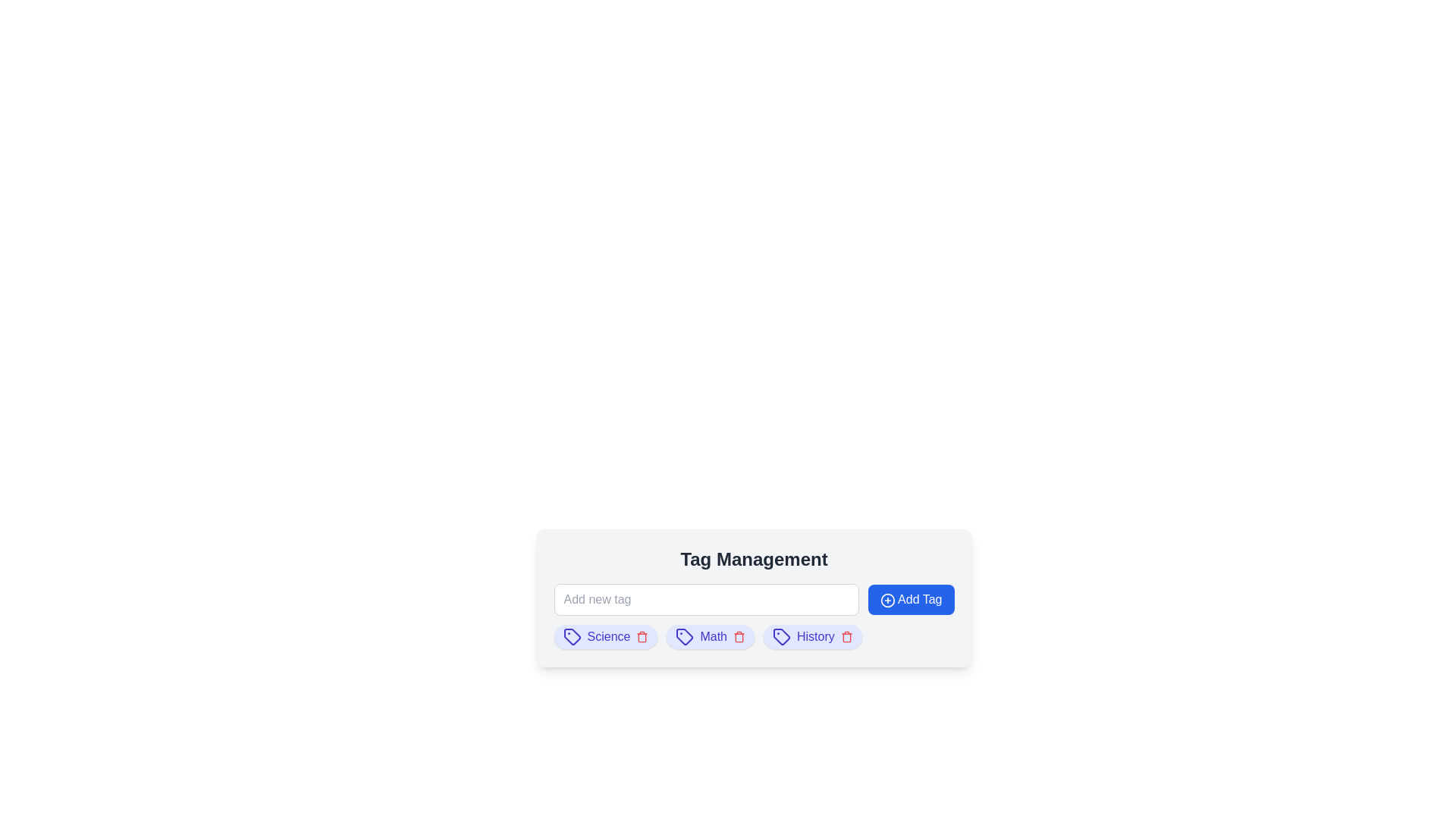 This screenshot has width=1456, height=819. Describe the element at coordinates (846, 637) in the screenshot. I see `the red trash icon button located on the right side of the 'History' tag` at that location.